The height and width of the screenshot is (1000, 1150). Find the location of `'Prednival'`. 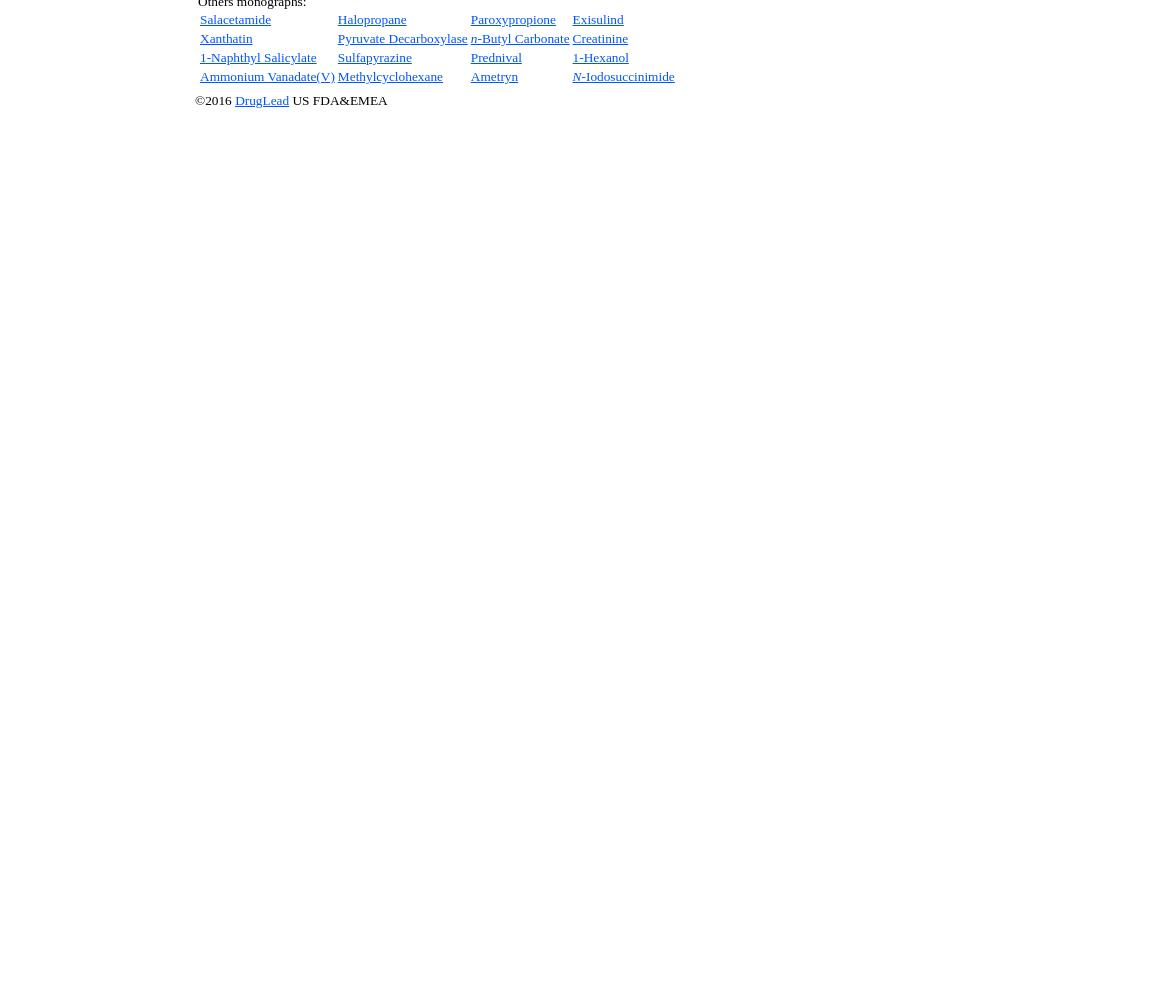

'Prednival' is located at coordinates (495, 57).